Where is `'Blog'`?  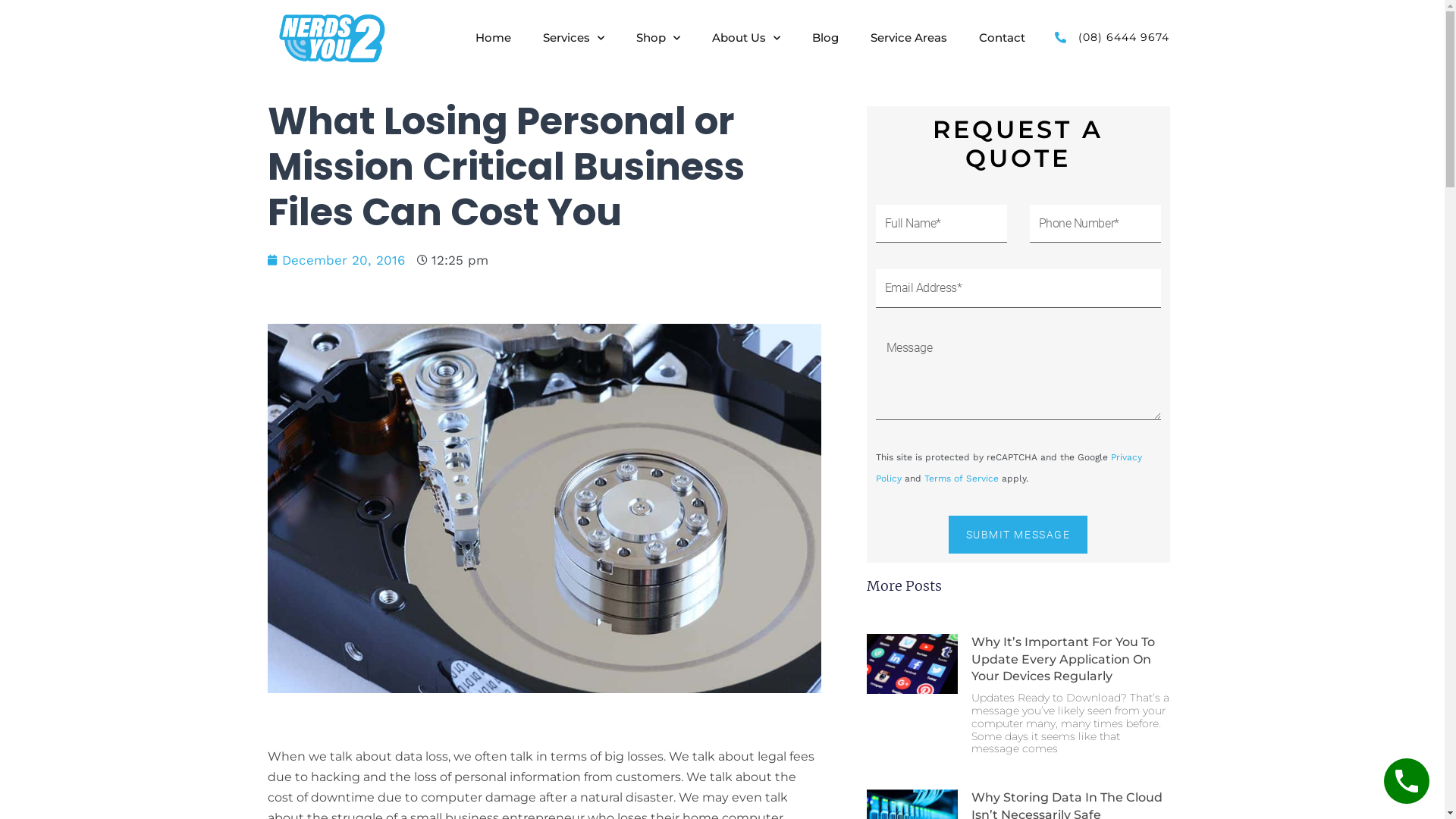 'Blog' is located at coordinates (824, 37).